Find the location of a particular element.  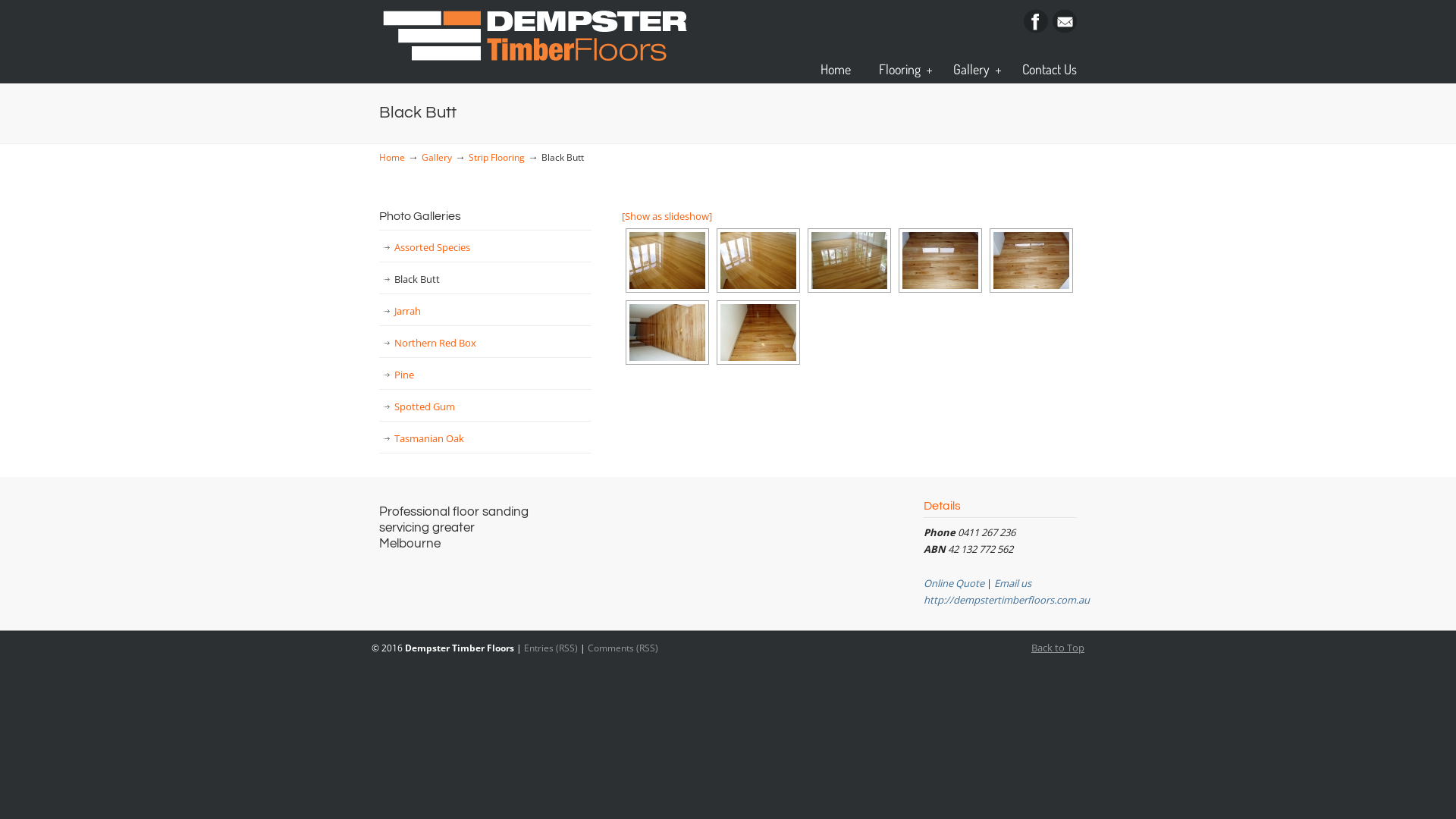

'E-mail' is located at coordinates (1063, 29).